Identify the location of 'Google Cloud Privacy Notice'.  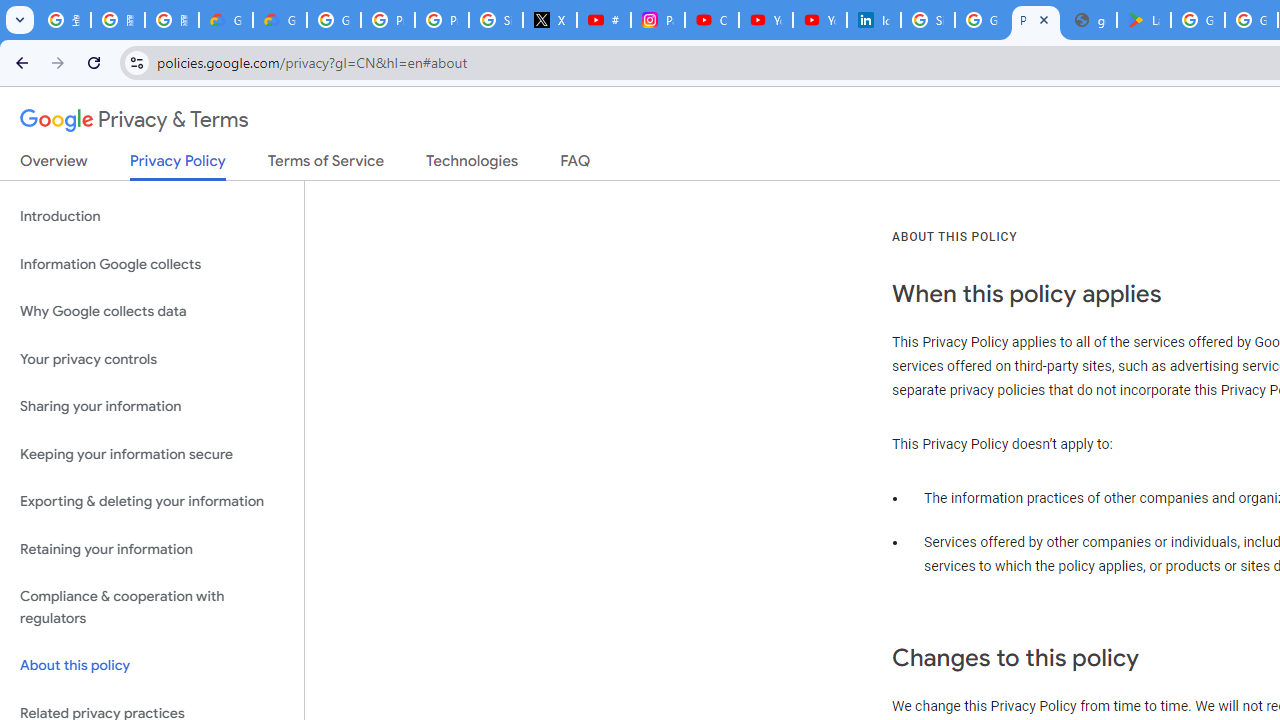
(225, 20).